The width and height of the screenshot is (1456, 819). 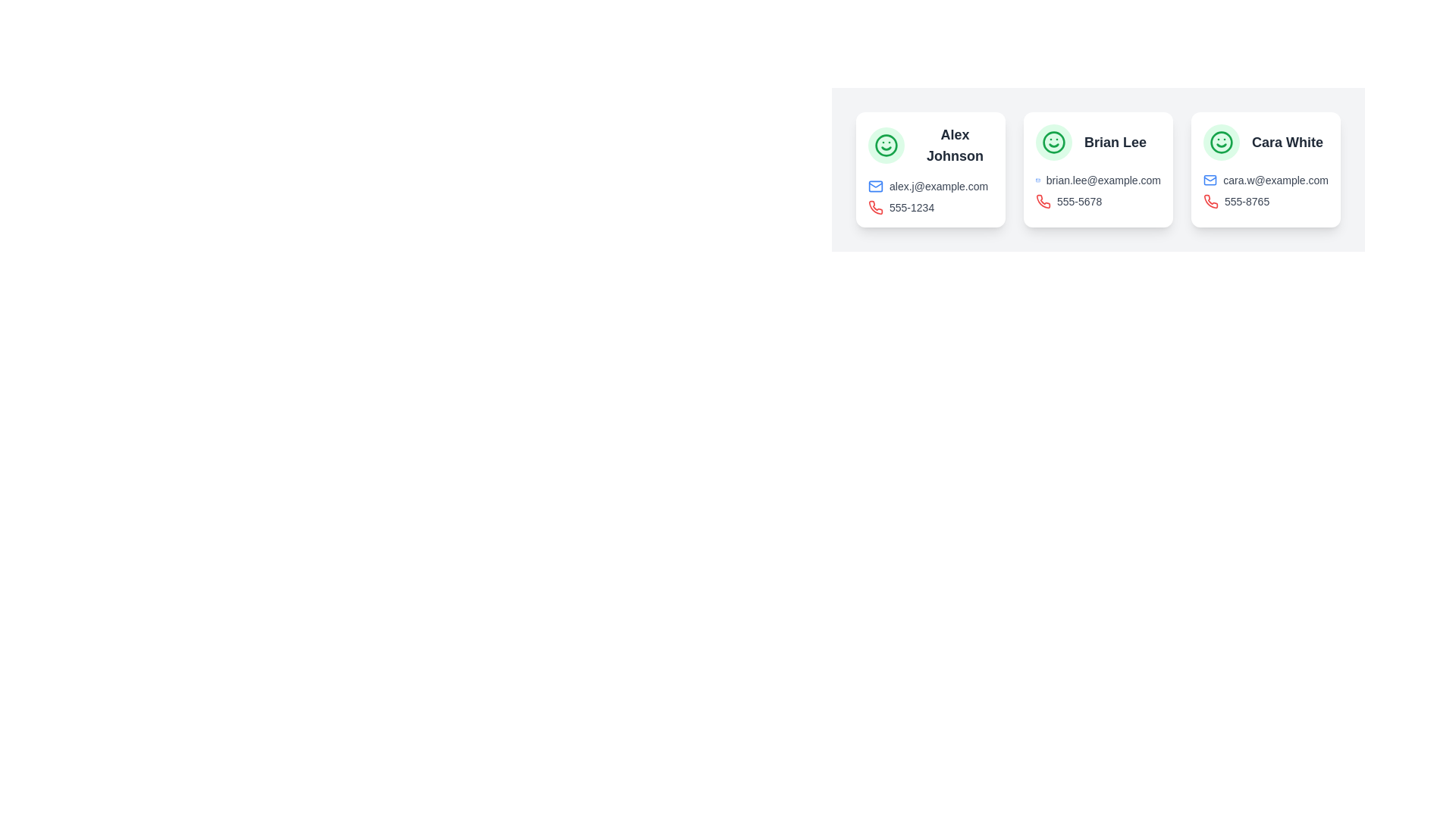 What do you see at coordinates (1275, 180) in the screenshot?
I see `the static textual label displaying the email address for 'Cara White', which is positioned in the middle of the third card in the row, adjacent to an envelope icon` at bounding box center [1275, 180].